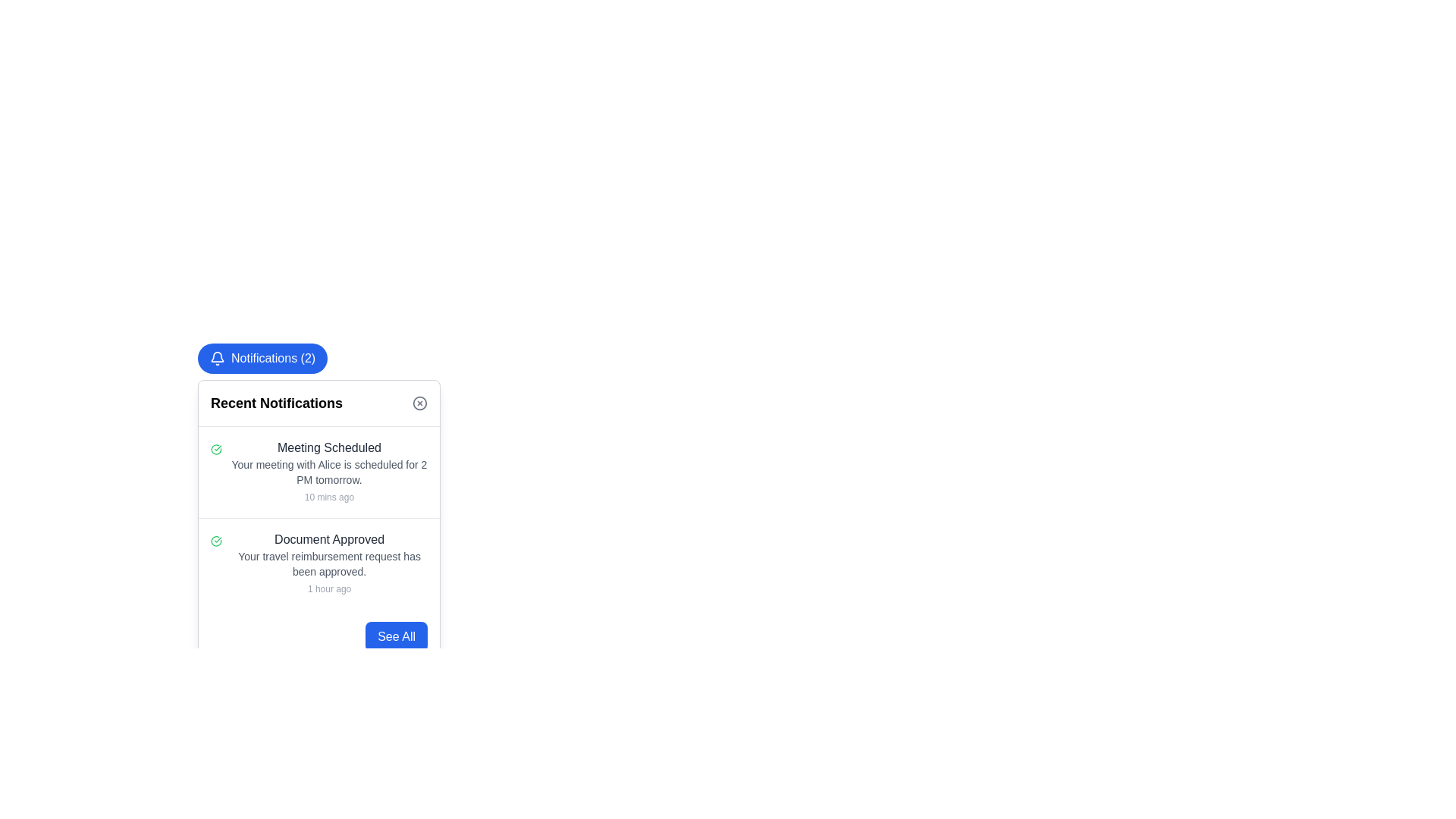 Image resolution: width=1456 pixels, height=819 pixels. I want to click on the header text label of the notification panel, which indicates the section displays recent notifications, so click(276, 403).